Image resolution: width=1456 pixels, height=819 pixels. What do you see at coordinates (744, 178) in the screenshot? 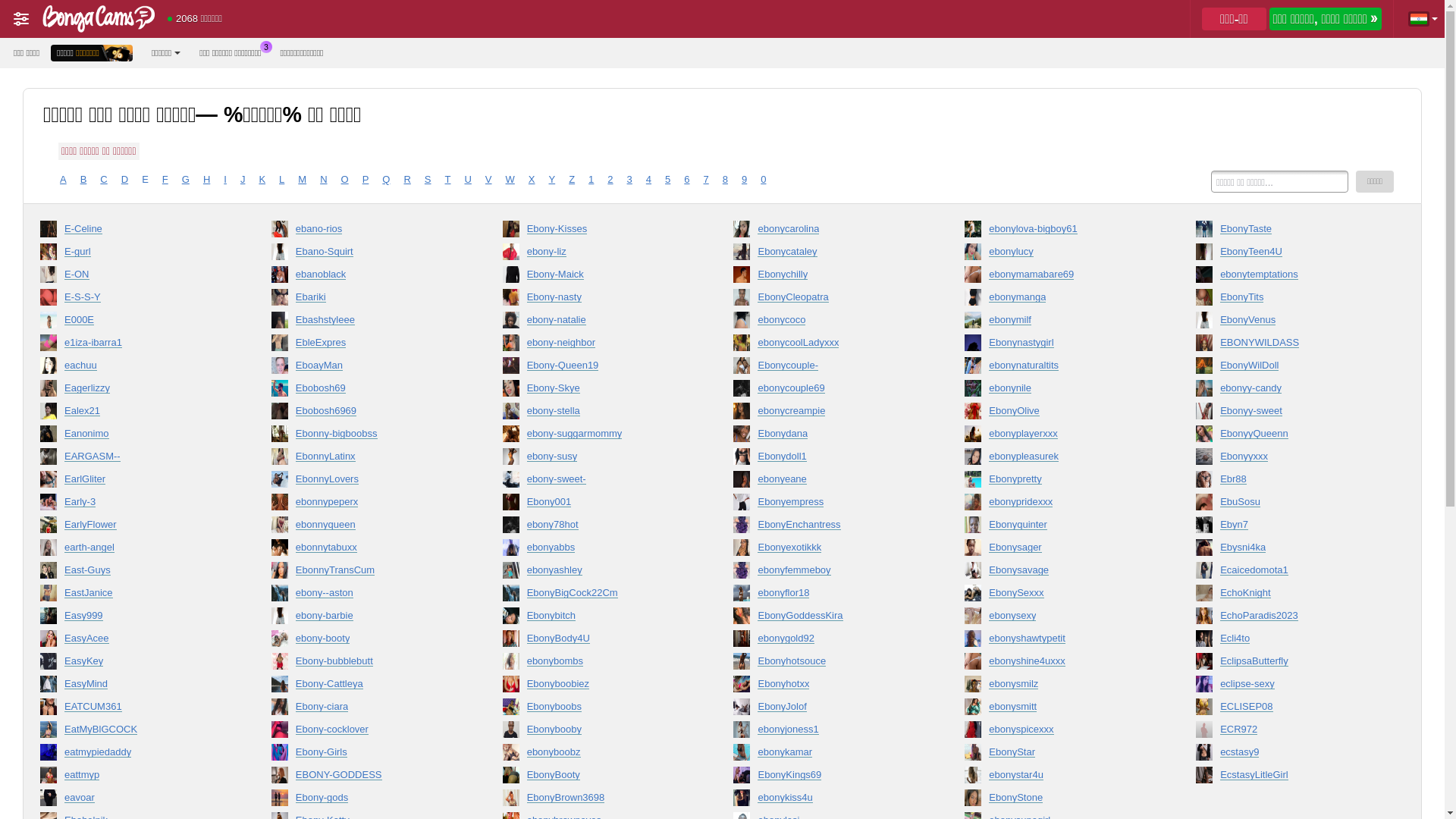
I see `'9'` at bounding box center [744, 178].